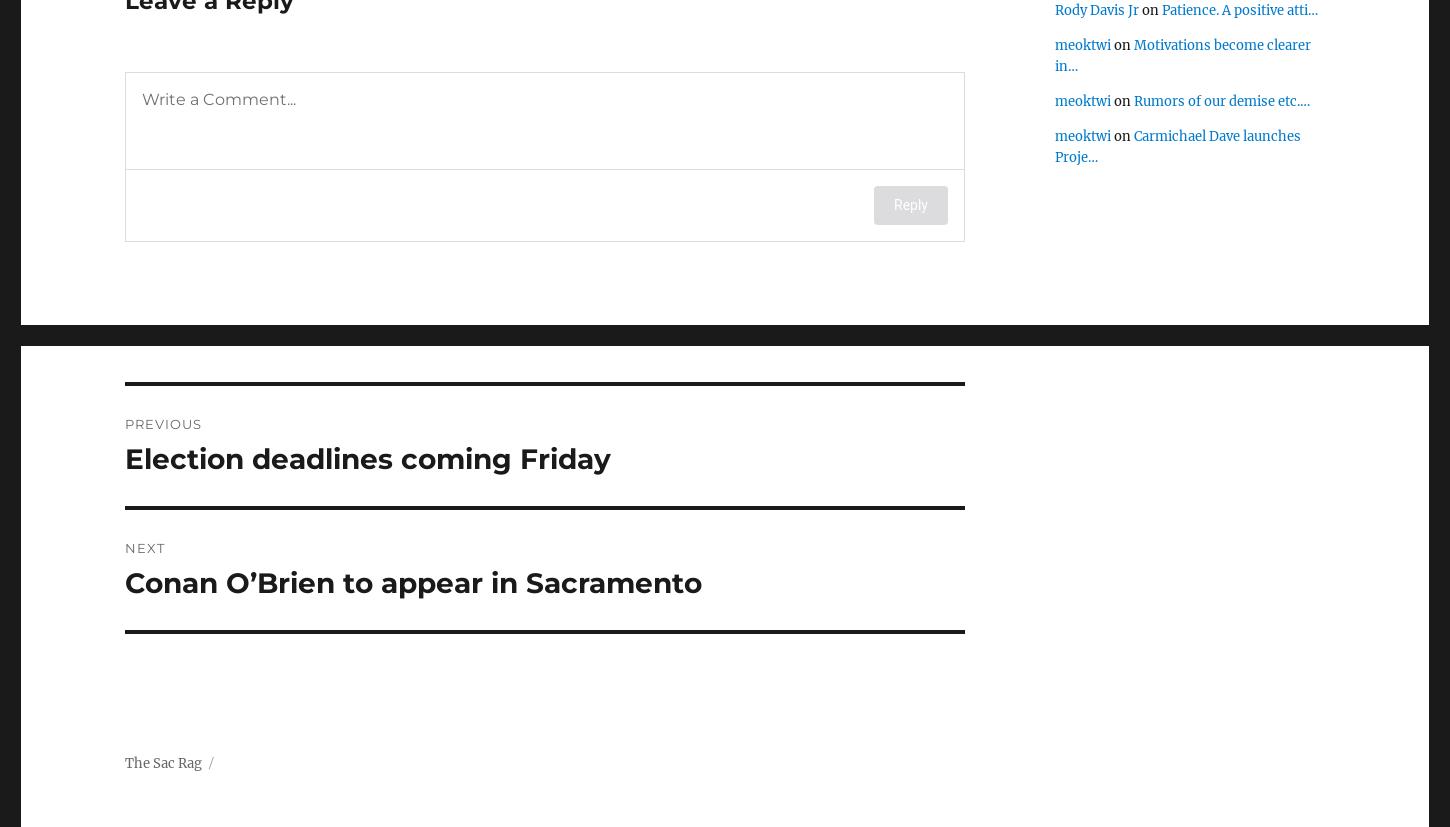 The width and height of the screenshot is (1450, 827). What do you see at coordinates (1055, 54) in the screenshot?
I see `'Motivations become clearer in…'` at bounding box center [1055, 54].